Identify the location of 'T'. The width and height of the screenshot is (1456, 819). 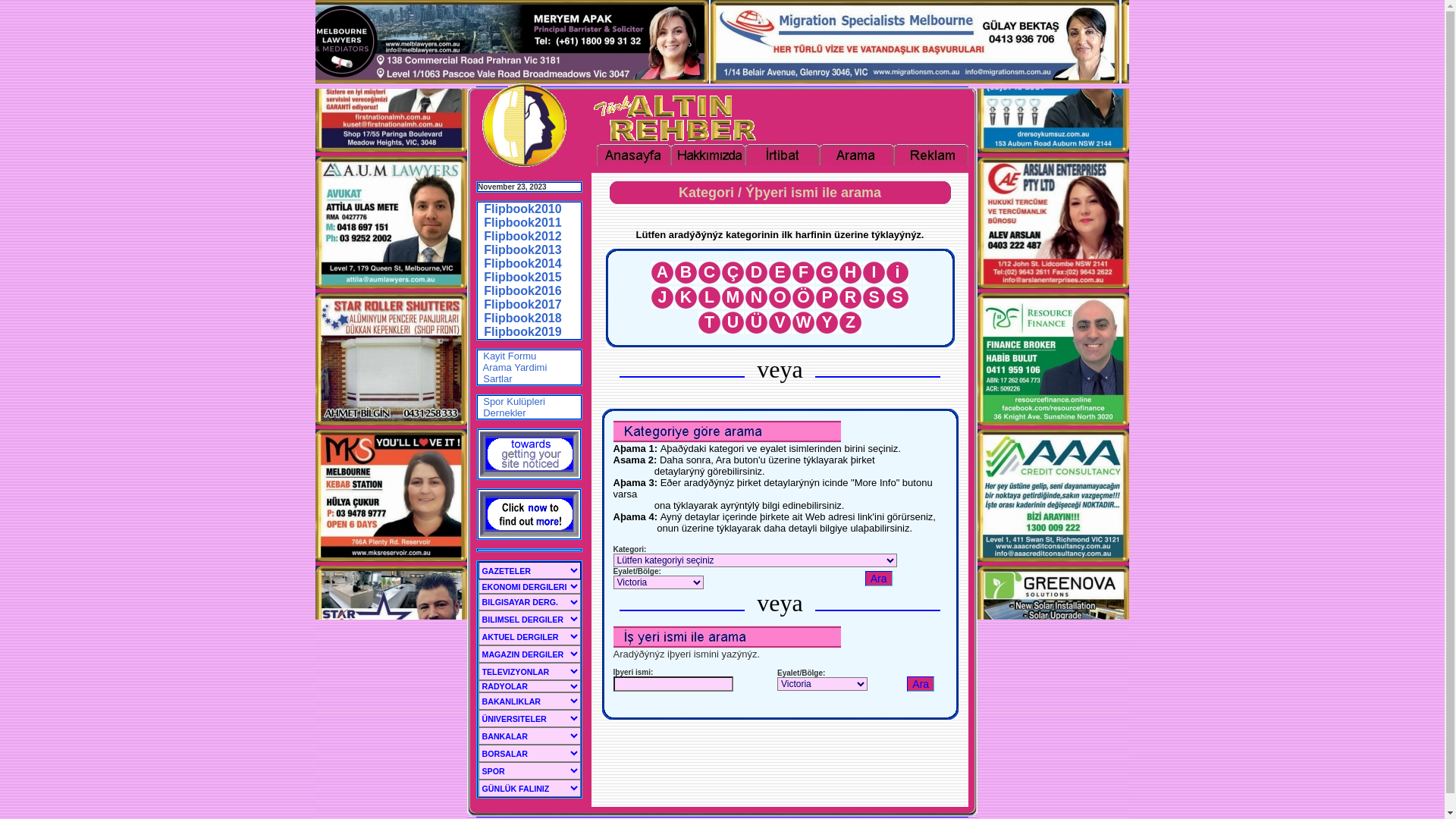
(704, 324).